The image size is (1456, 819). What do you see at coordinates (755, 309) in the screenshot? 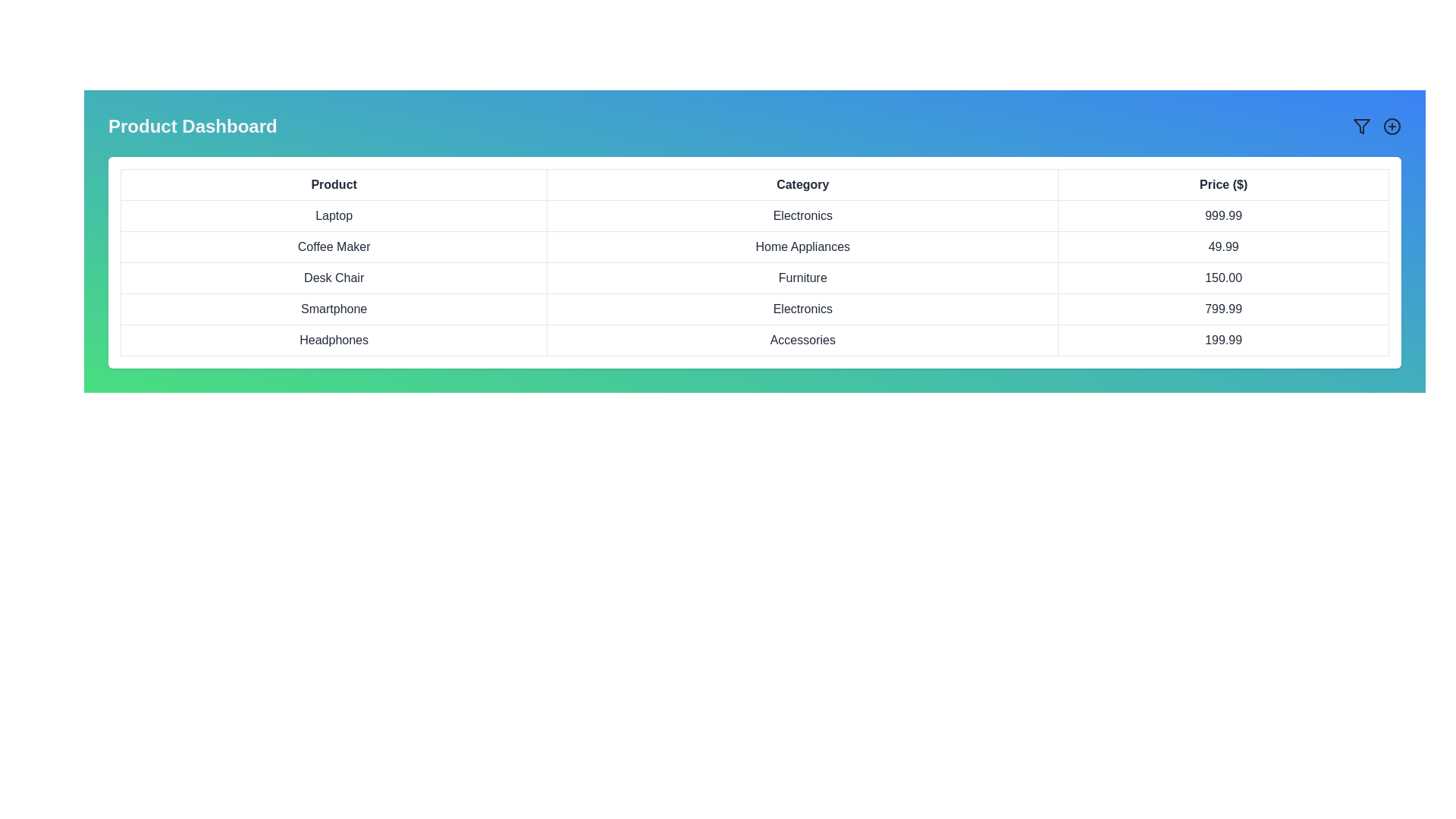
I see `the fourth row in the product dashboard data table, which displays product details including name, category, and price` at bounding box center [755, 309].